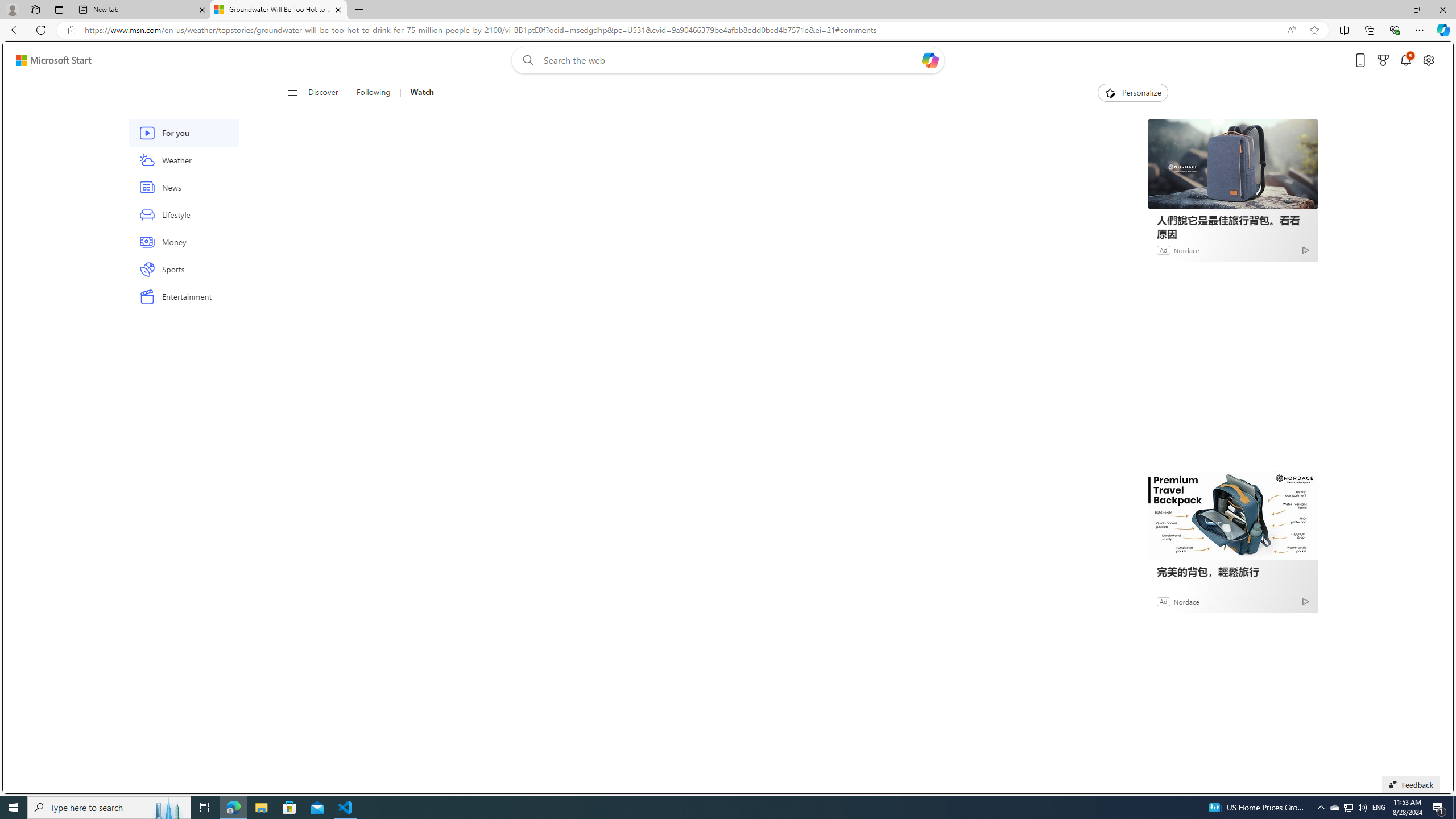 The width and height of the screenshot is (1456, 819). I want to click on 'Class: button-glyph', so click(292, 92).